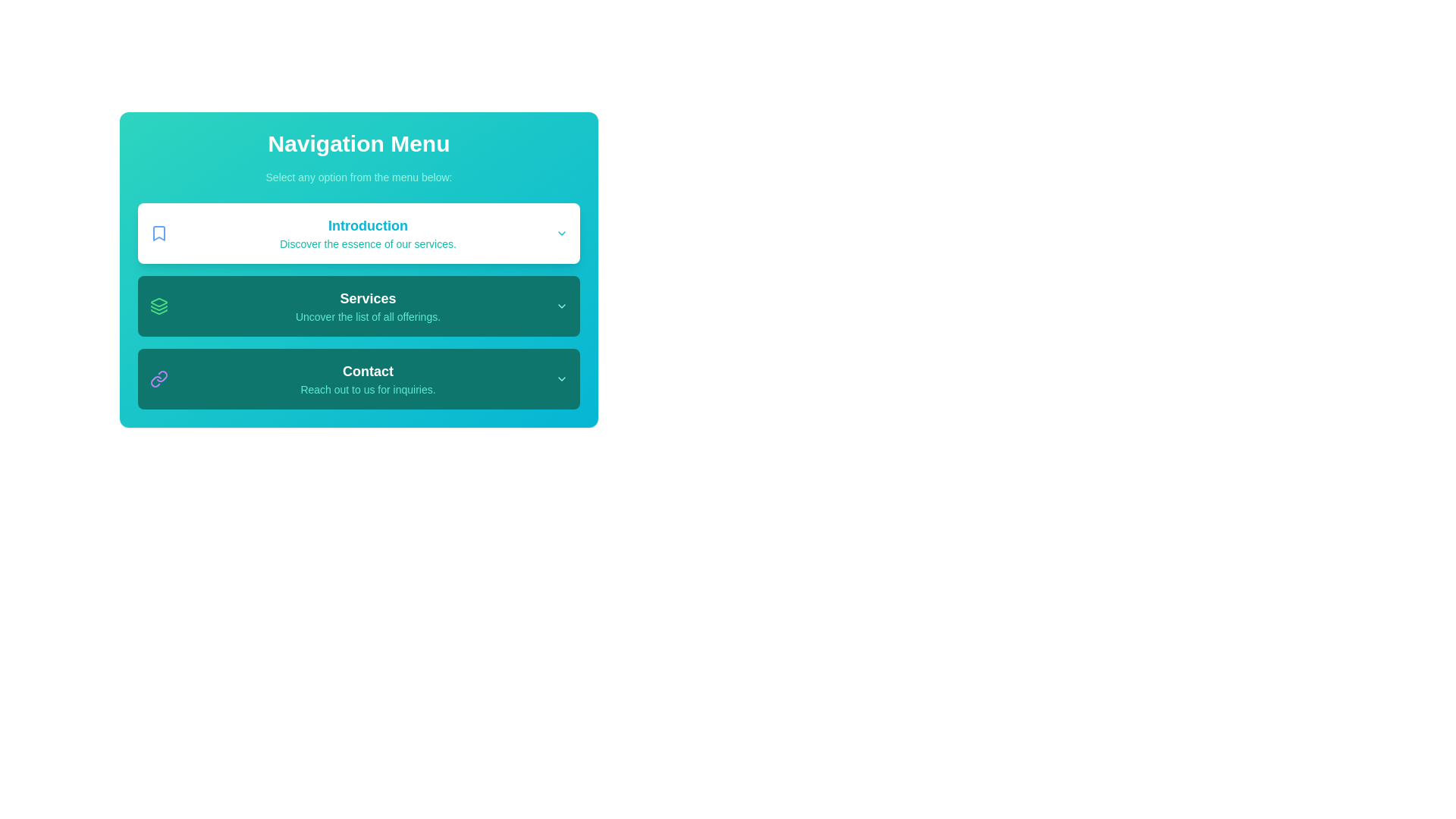 The image size is (1456, 819). Describe the element at coordinates (358, 378) in the screenshot. I see `the header of the Interactive navigation option, which is the third section in a vertical list` at that location.